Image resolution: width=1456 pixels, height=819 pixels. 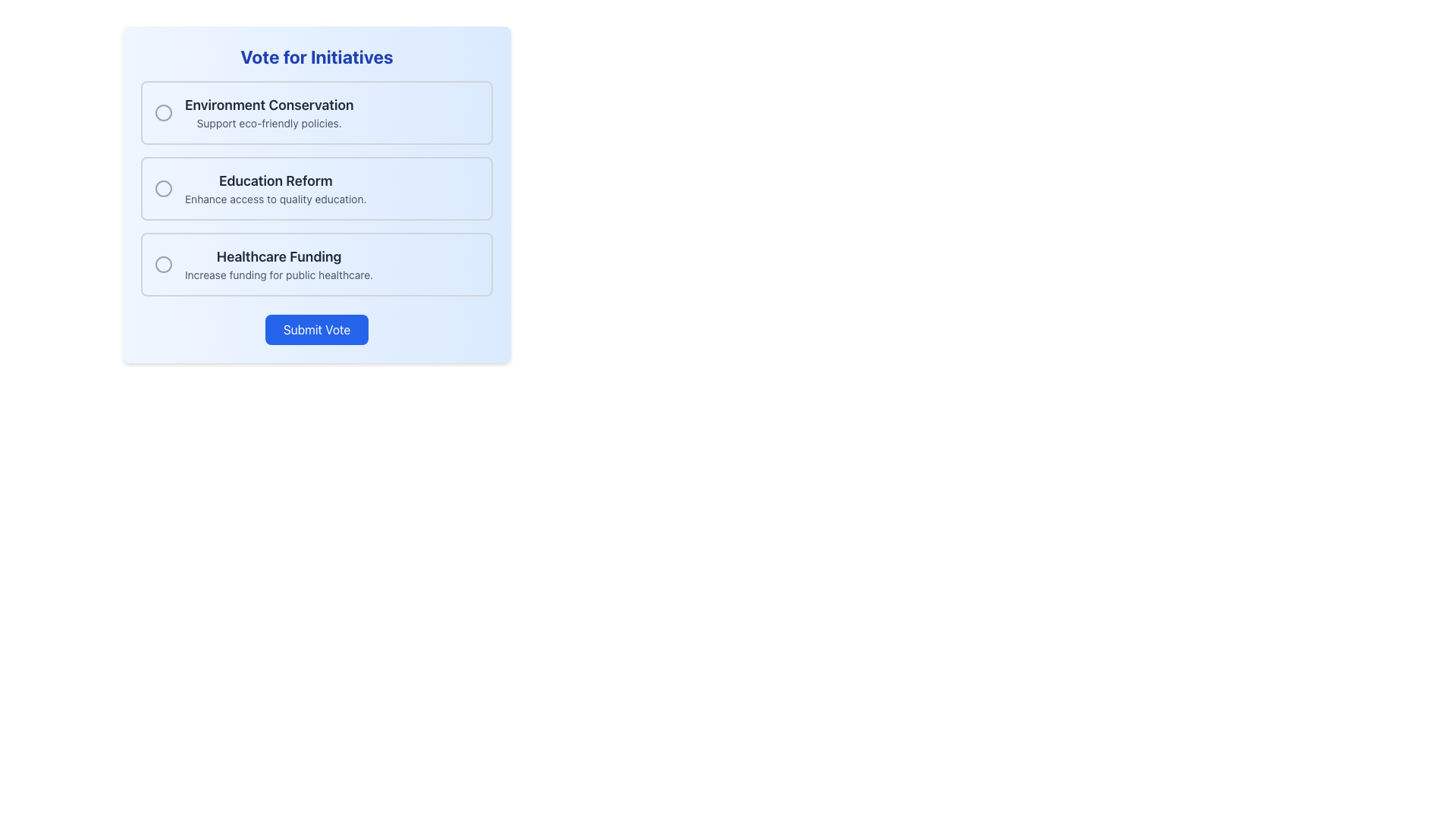 I want to click on the text label that serves as the header for the second voting option, located above the description 'Enhance access to quality education', so click(x=275, y=180).